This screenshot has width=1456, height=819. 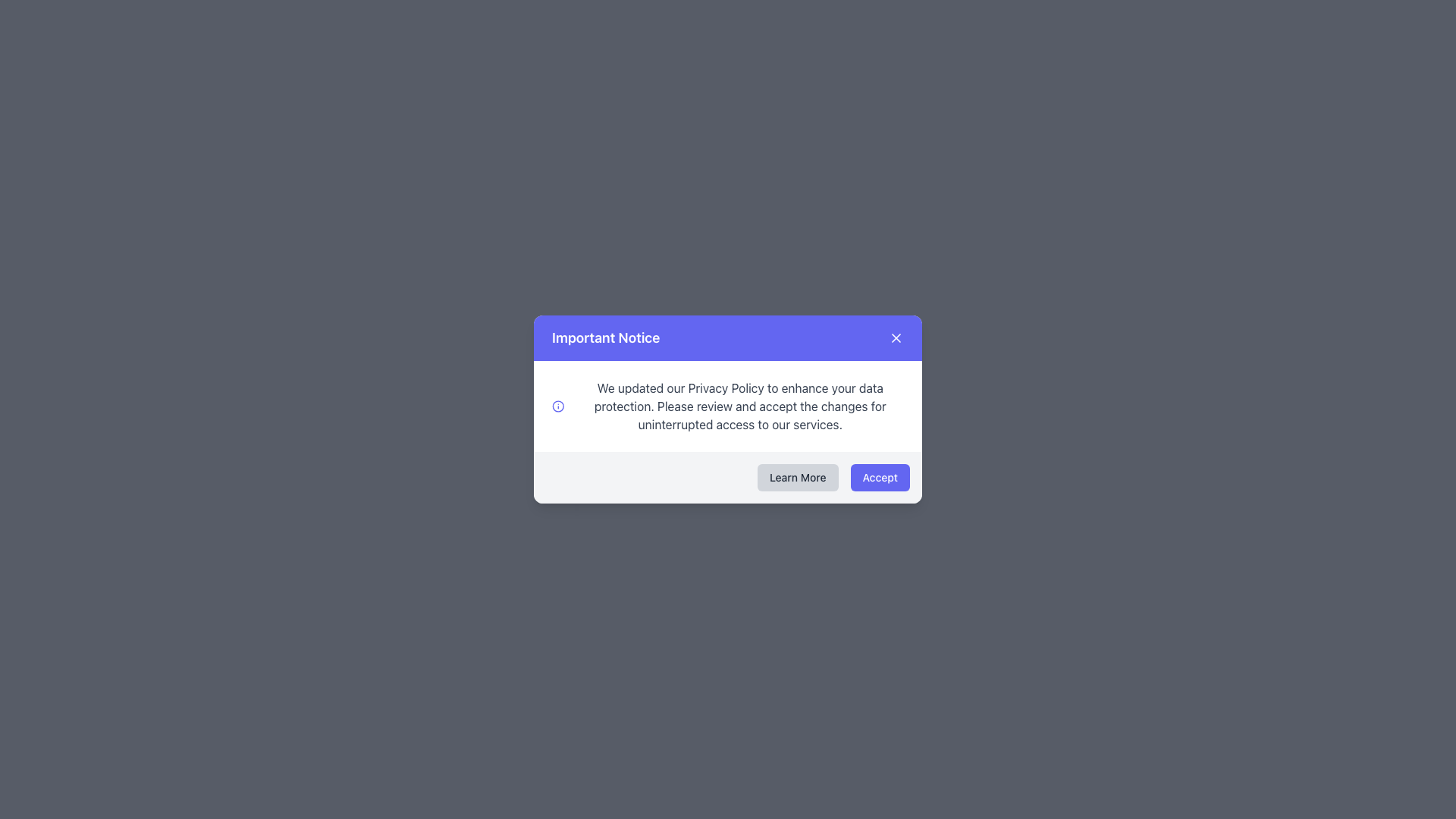 I want to click on the consent button located in the bottom-right corner of the modal dialog box, so click(x=880, y=476).